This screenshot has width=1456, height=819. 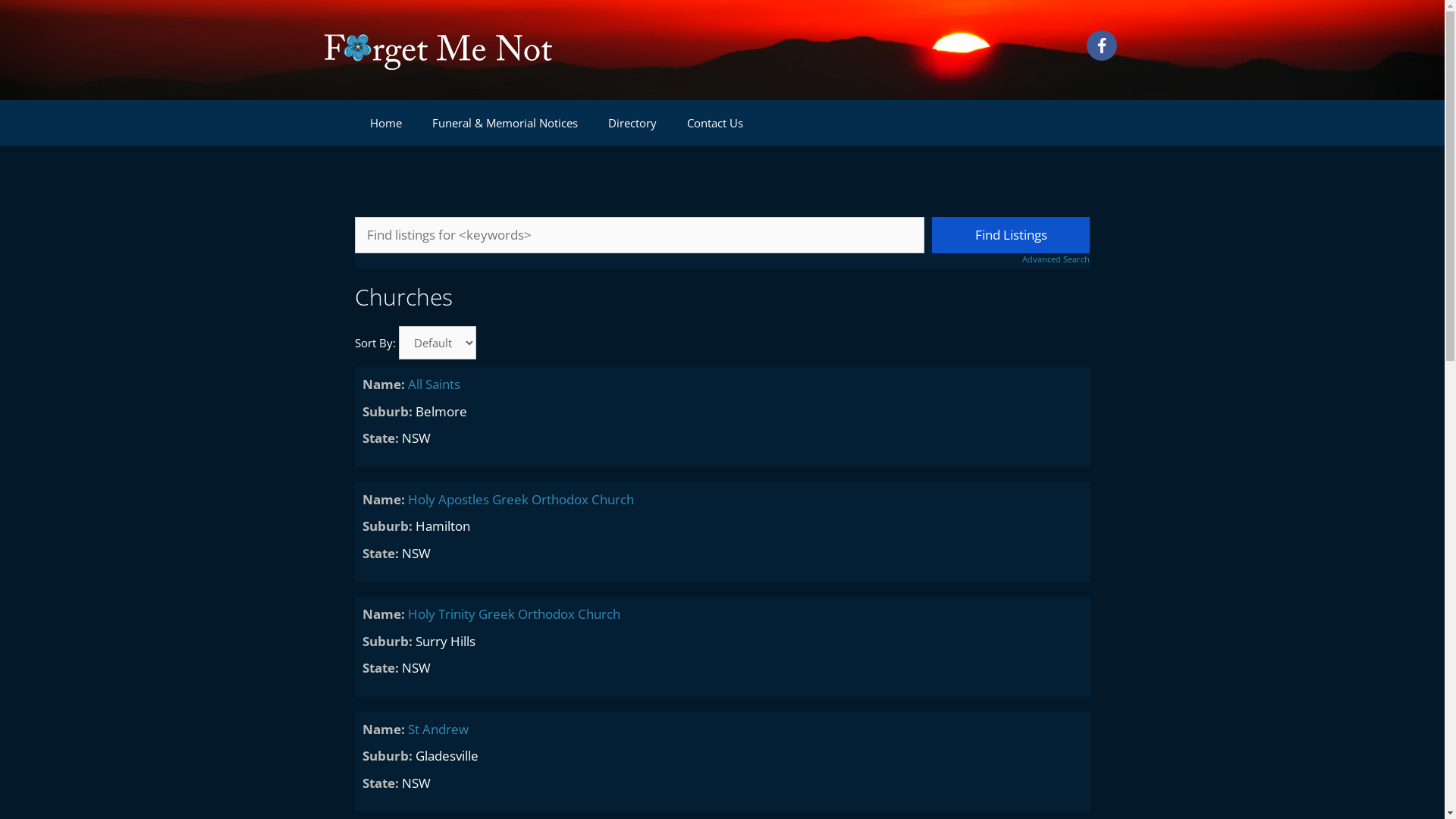 I want to click on 'Forget-me-not.com.au', so click(x=437, y=48).